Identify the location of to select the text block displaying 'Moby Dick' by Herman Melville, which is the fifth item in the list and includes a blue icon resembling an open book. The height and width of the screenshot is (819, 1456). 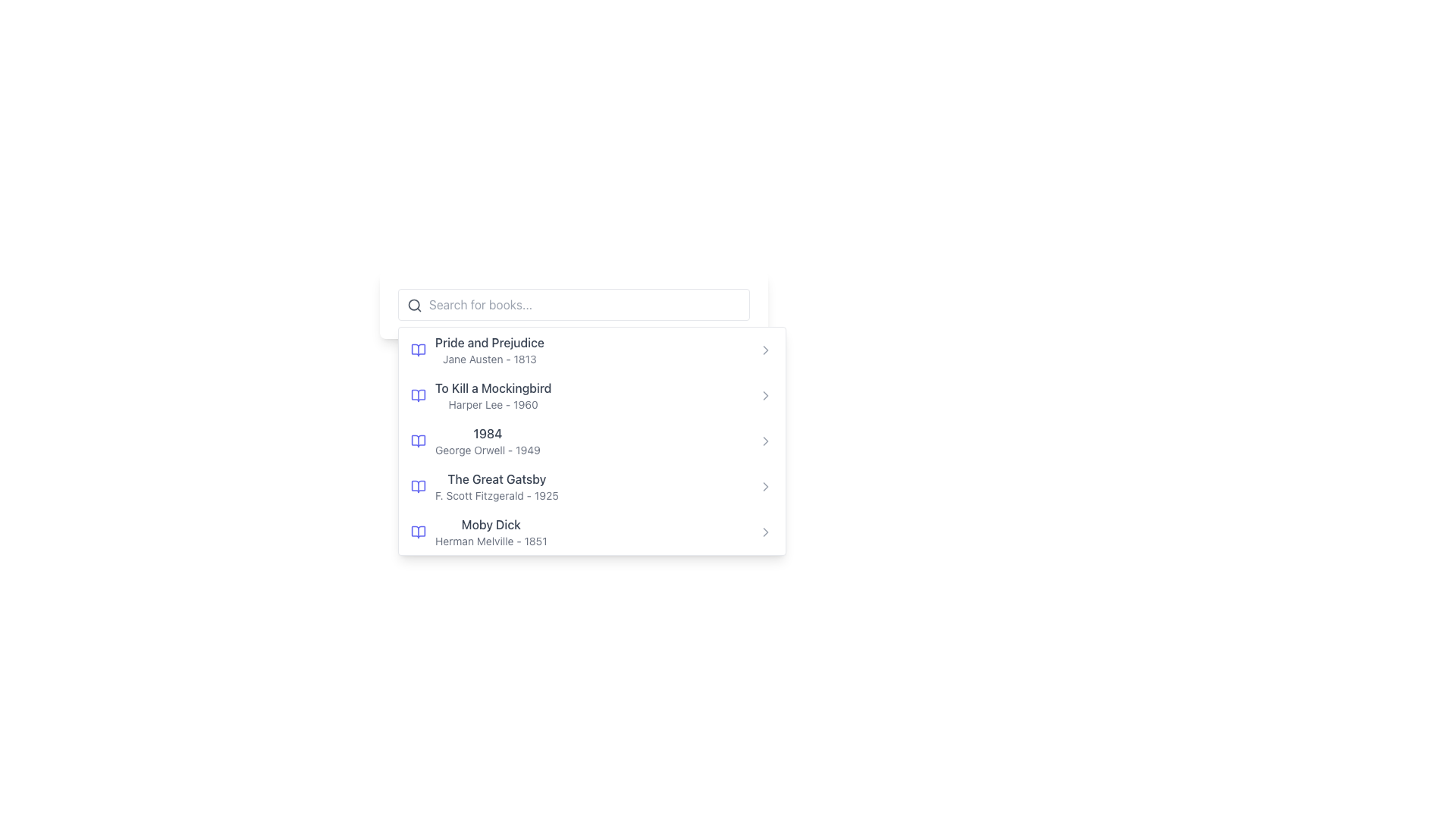
(478, 532).